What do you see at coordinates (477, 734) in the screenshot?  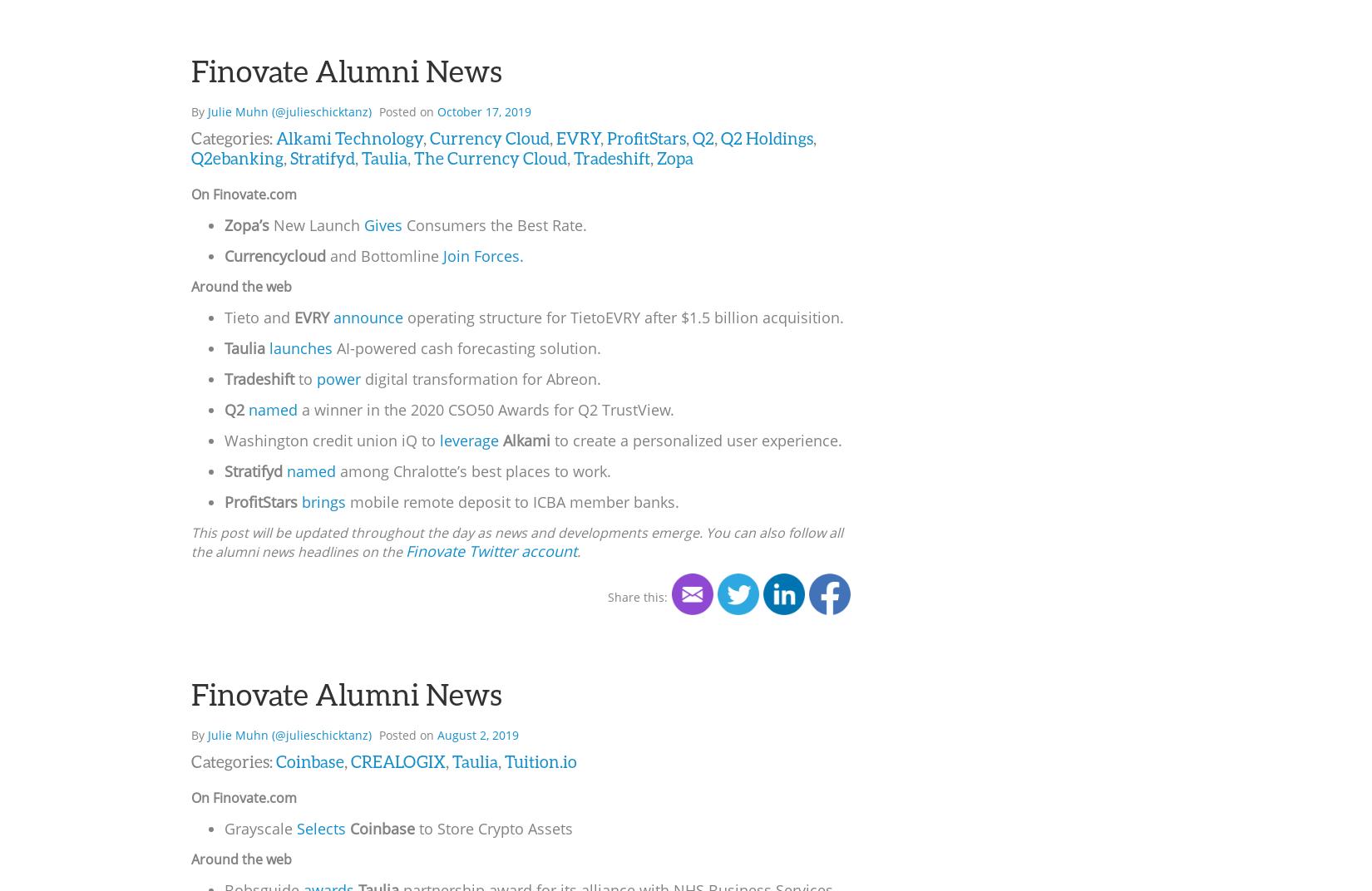 I see `'August 2, 2019'` at bounding box center [477, 734].